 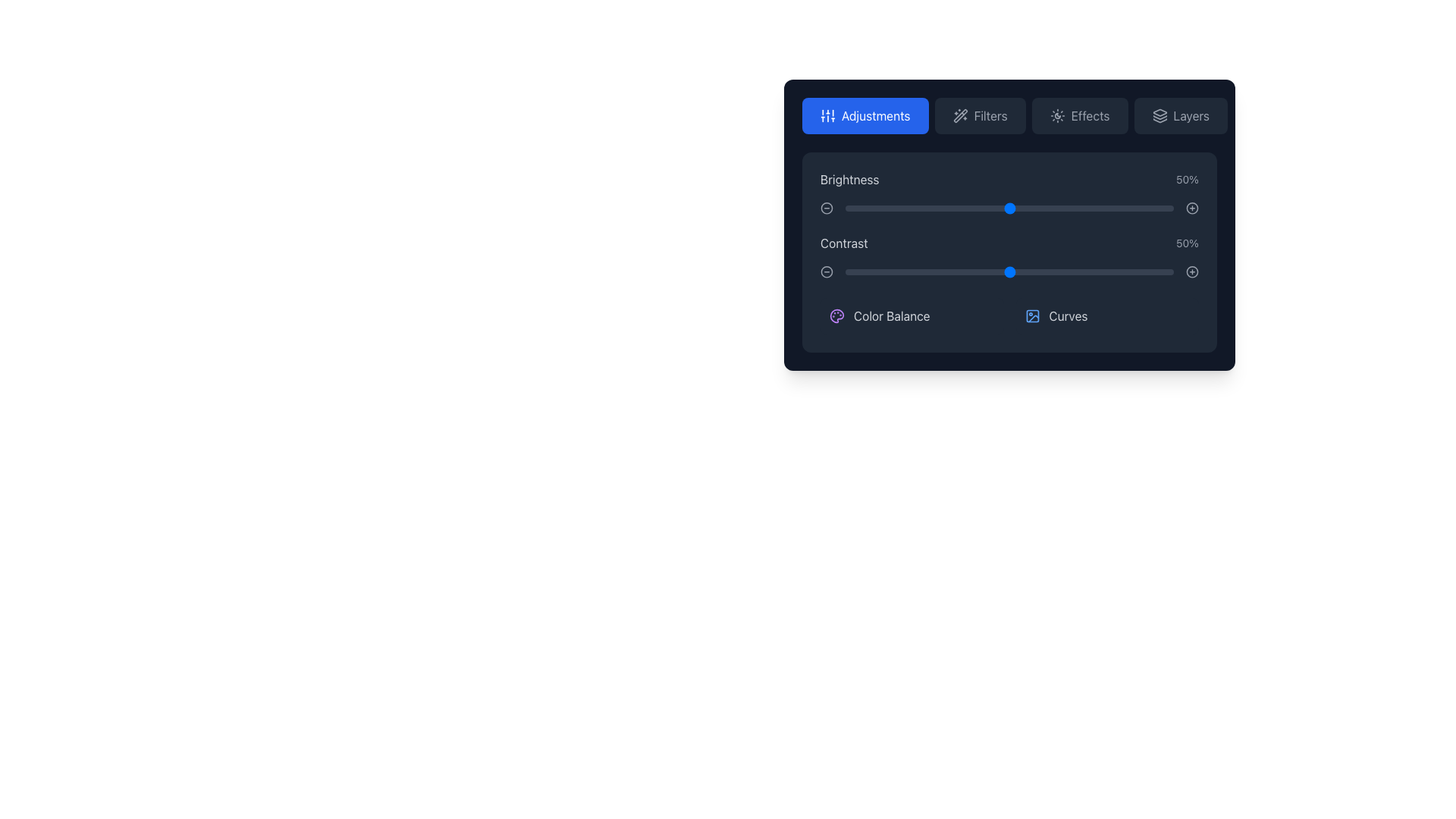 What do you see at coordinates (849, 178) in the screenshot?
I see `the 'Brightness' label text styled in gray color to possibly display additional information` at bounding box center [849, 178].